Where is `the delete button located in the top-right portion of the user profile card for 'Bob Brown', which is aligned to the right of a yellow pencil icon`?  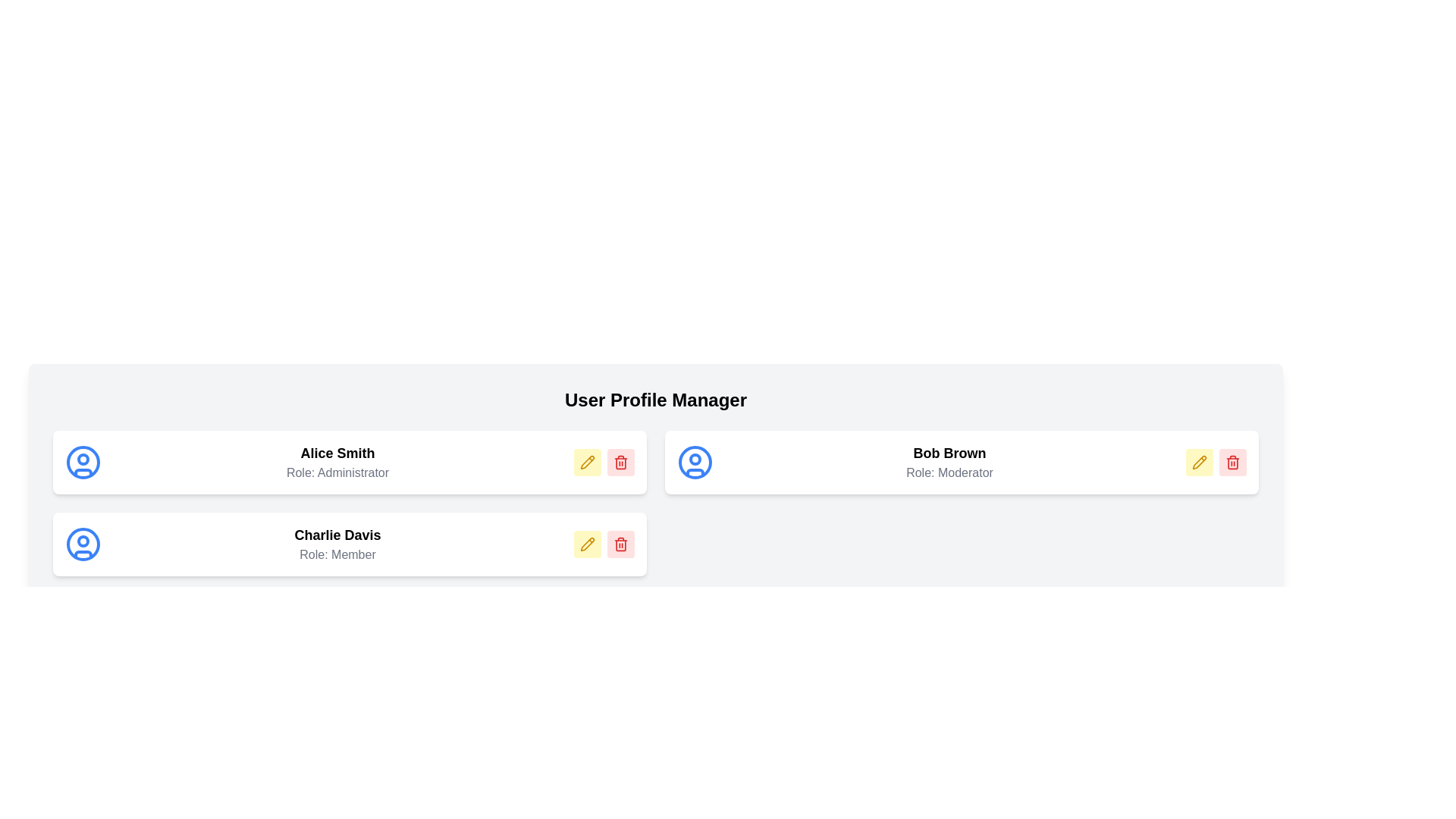 the delete button located in the top-right portion of the user profile card for 'Bob Brown', which is aligned to the right of a yellow pencil icon is located at coordinates (1233, 461).